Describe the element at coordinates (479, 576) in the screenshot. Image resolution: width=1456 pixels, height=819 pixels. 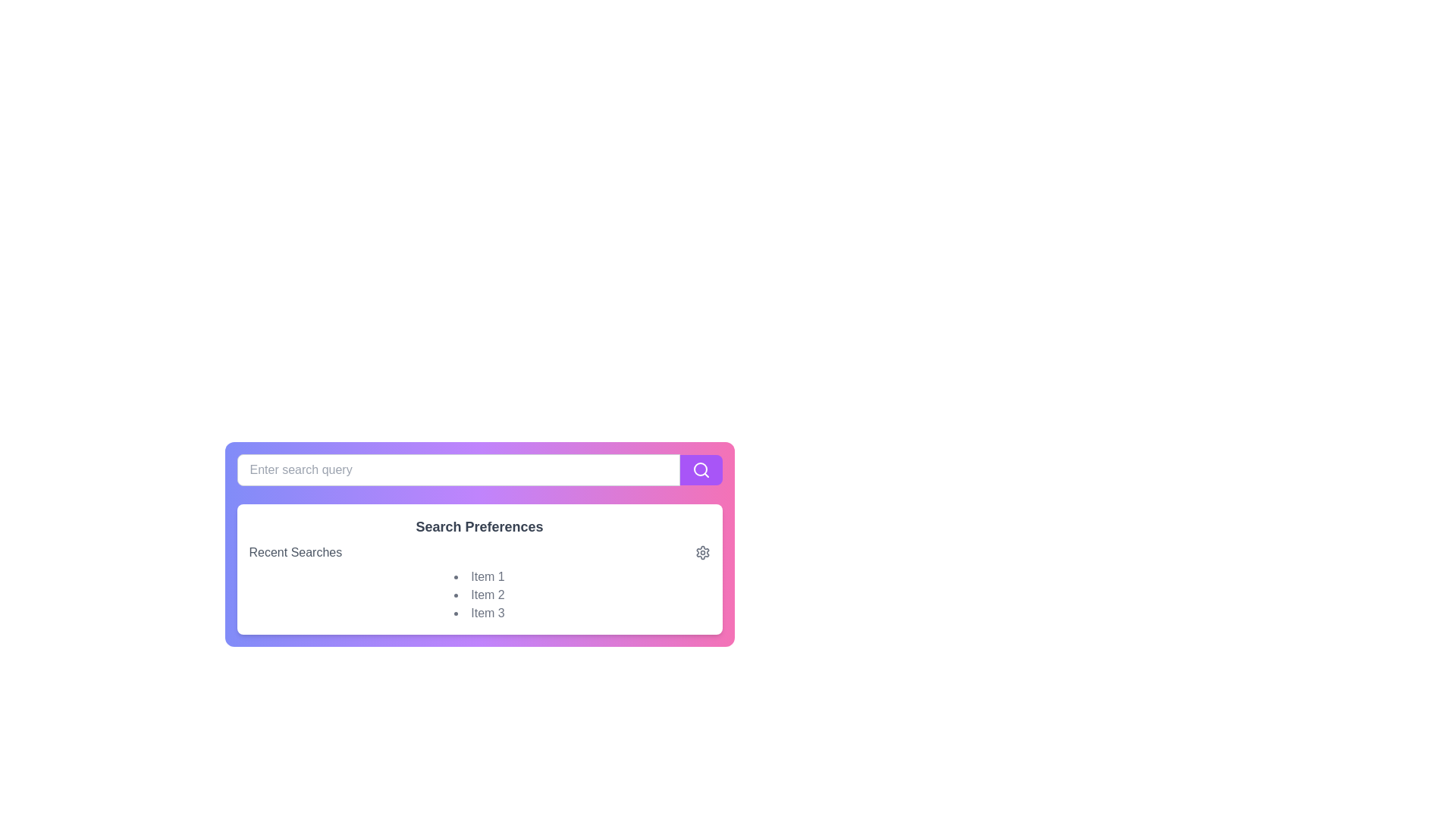
I see `the first static text item in the 'Recent Searches' section, which is displayed directly below the section title` at that location.